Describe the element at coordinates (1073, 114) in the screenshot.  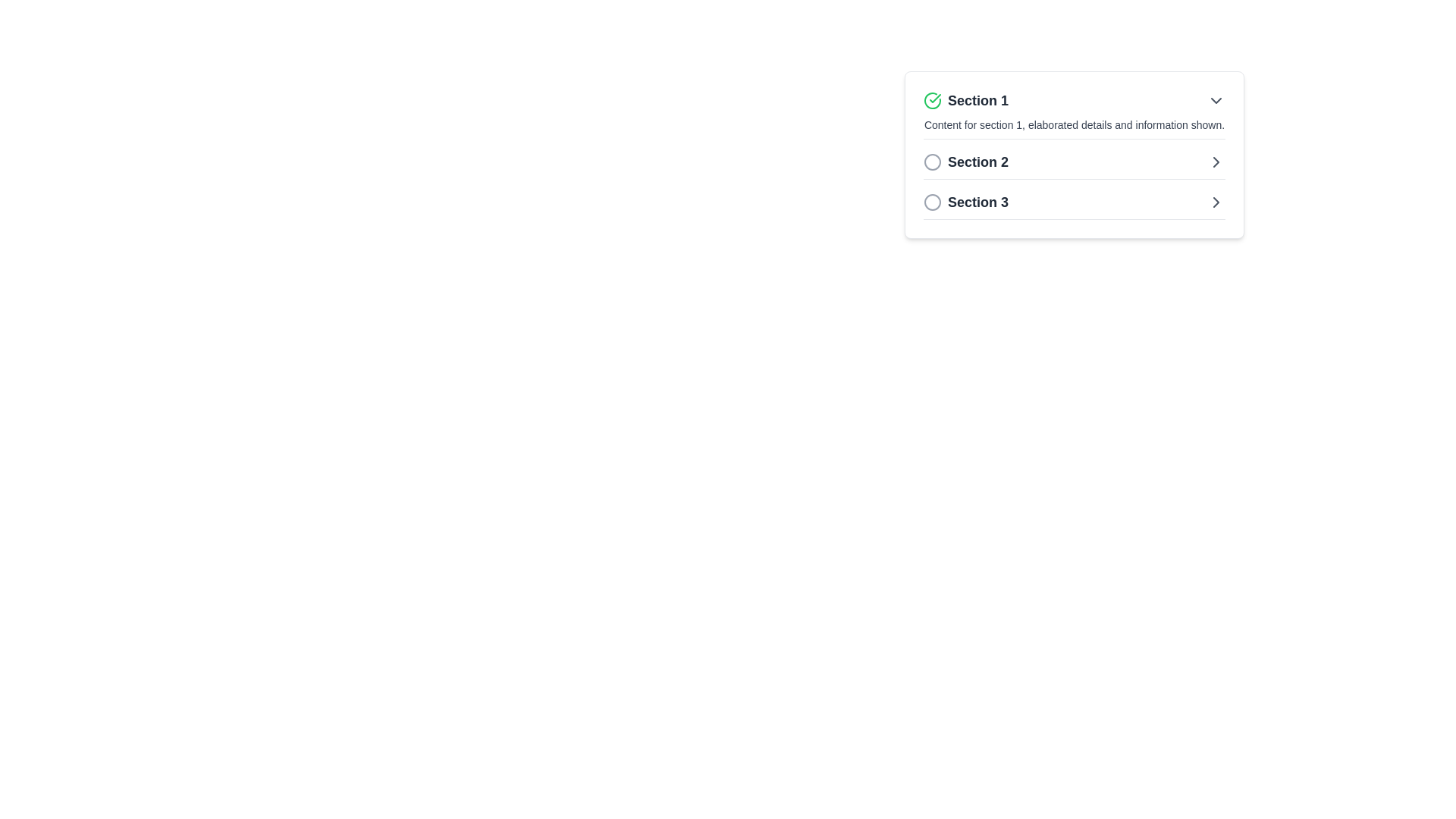
I see `the arrow on the first Collapsible Section Header` at that location.